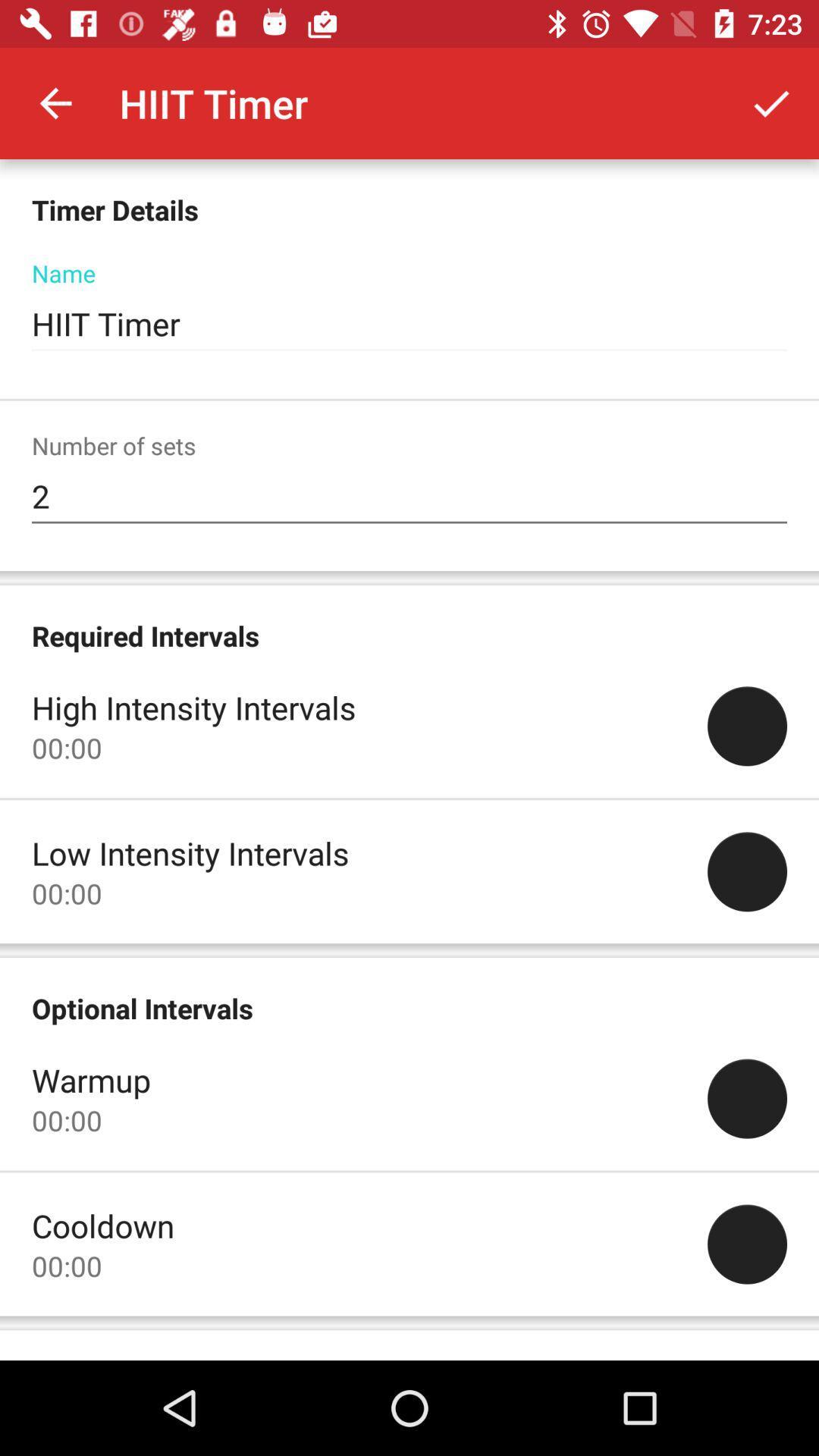 The height and width of the screenshot is (1456, 819). Describe the element at coordinates (55, 102) in the screenshot. I see `the icon above the timer details item` at that location.